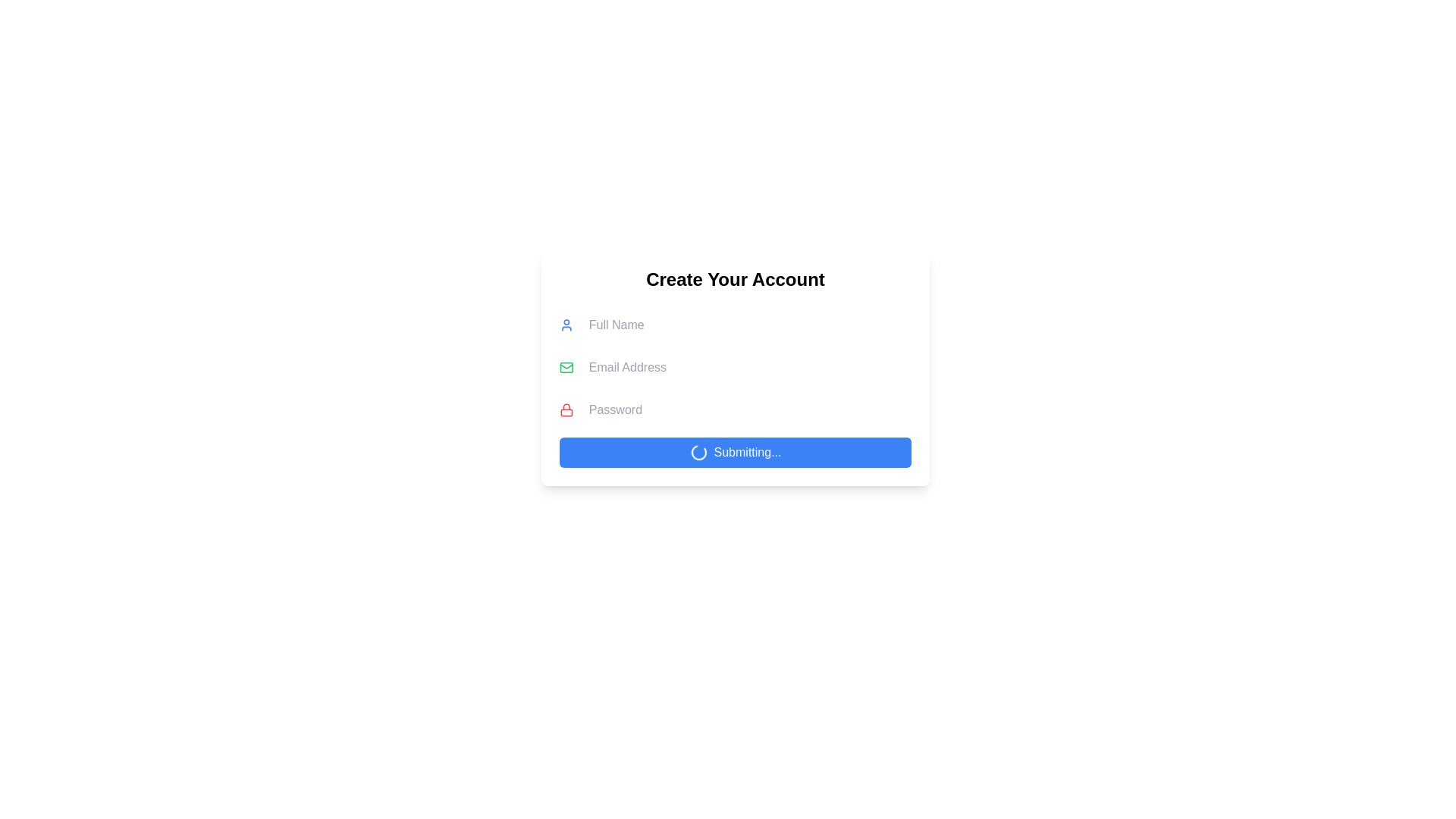 This screenshot has height=819, width=1456. Describe the element at coordinates (566, 413) in the screenshot. I see `the bottom rectangle of the red-themed lock icon located to the left of the 'Password' text field in the user sign-up form` at that location.